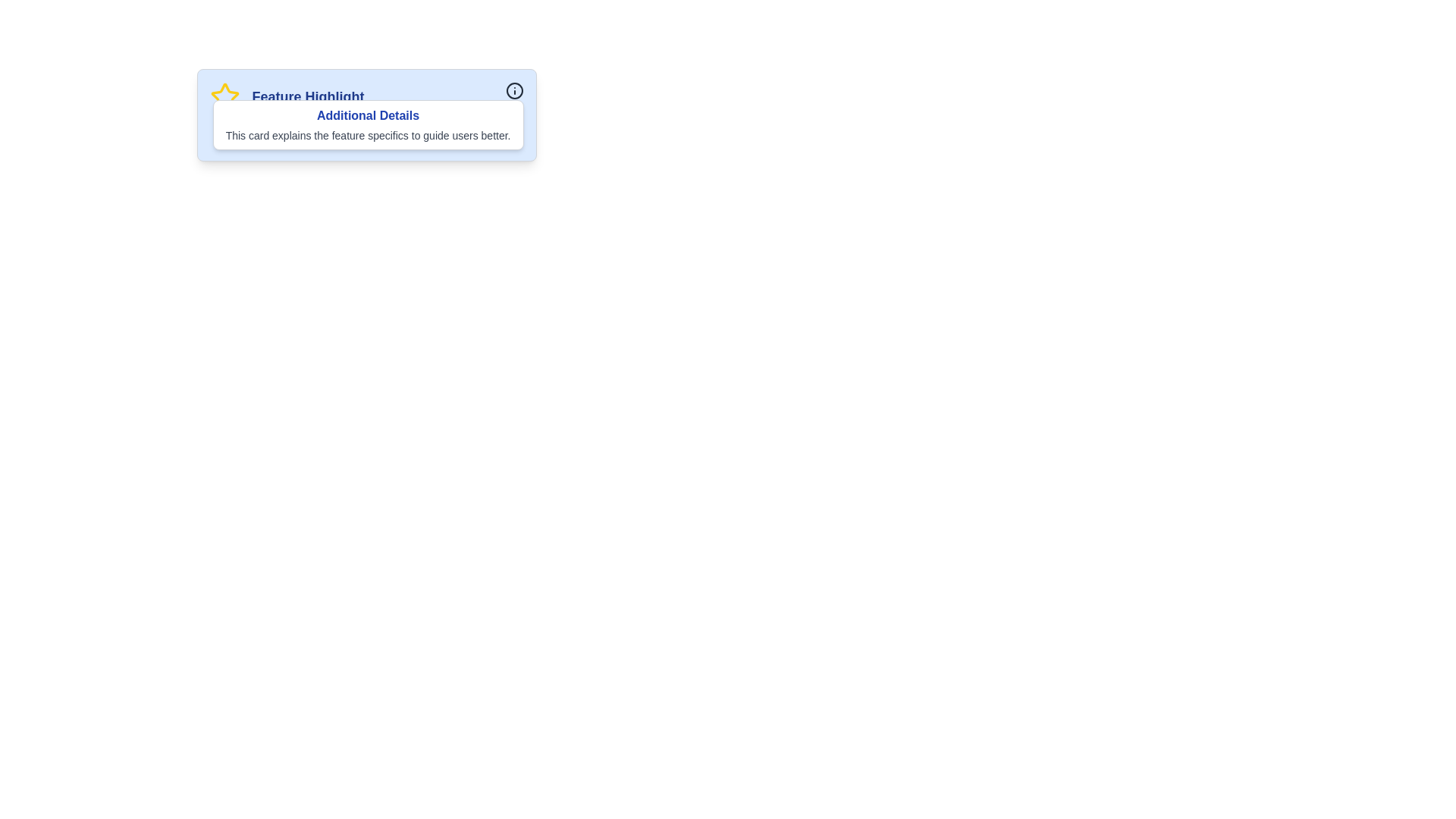  Describe the element at coordinates (224, 96) in the screenshot. I see `the star icon that highlights the 'Feature Highlight' section for navigation` at that location.